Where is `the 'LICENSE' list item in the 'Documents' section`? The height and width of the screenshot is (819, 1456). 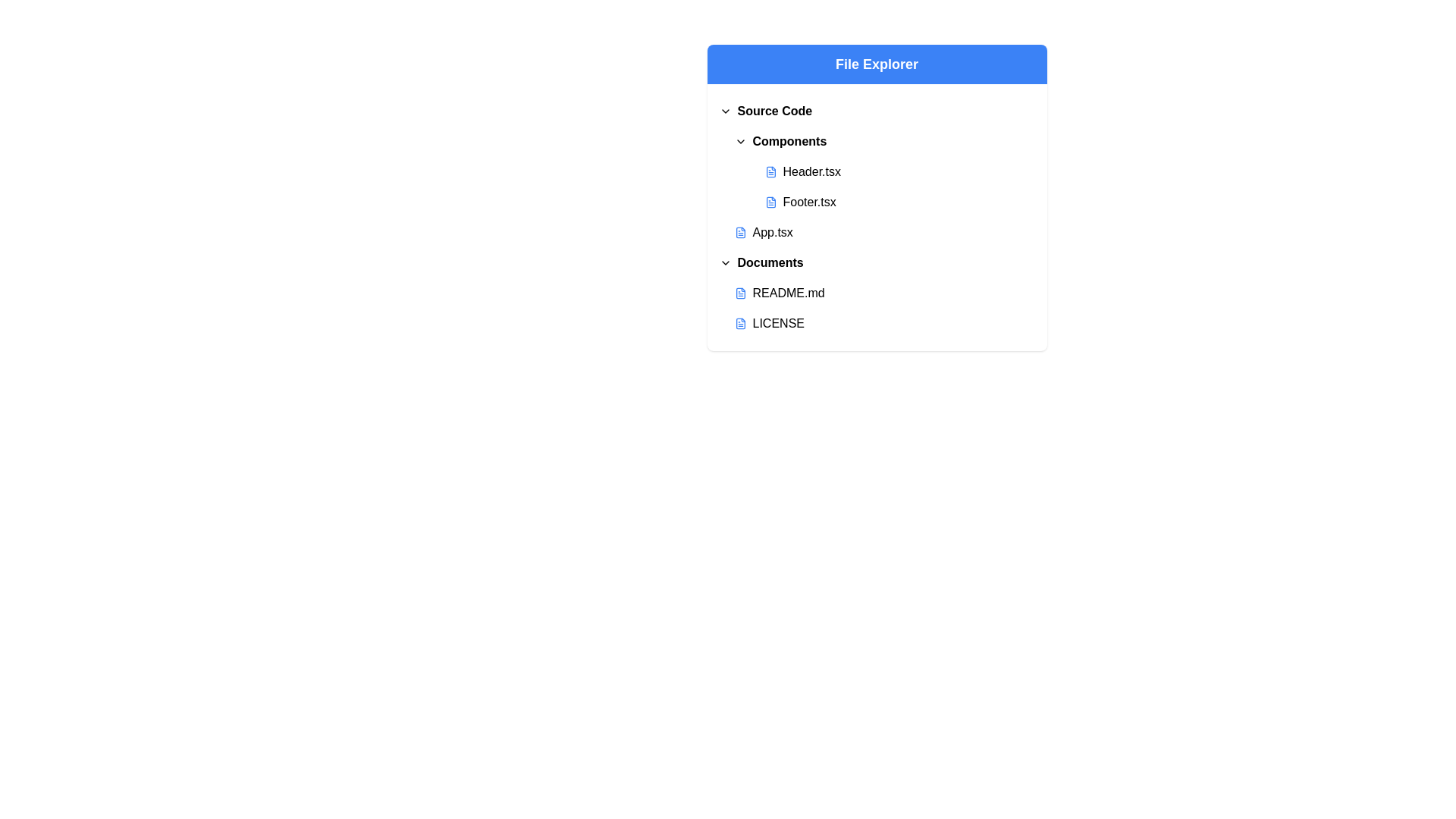
the 'LICENSE' list item in the 'Documents' section is located at coordinates (877, 323).